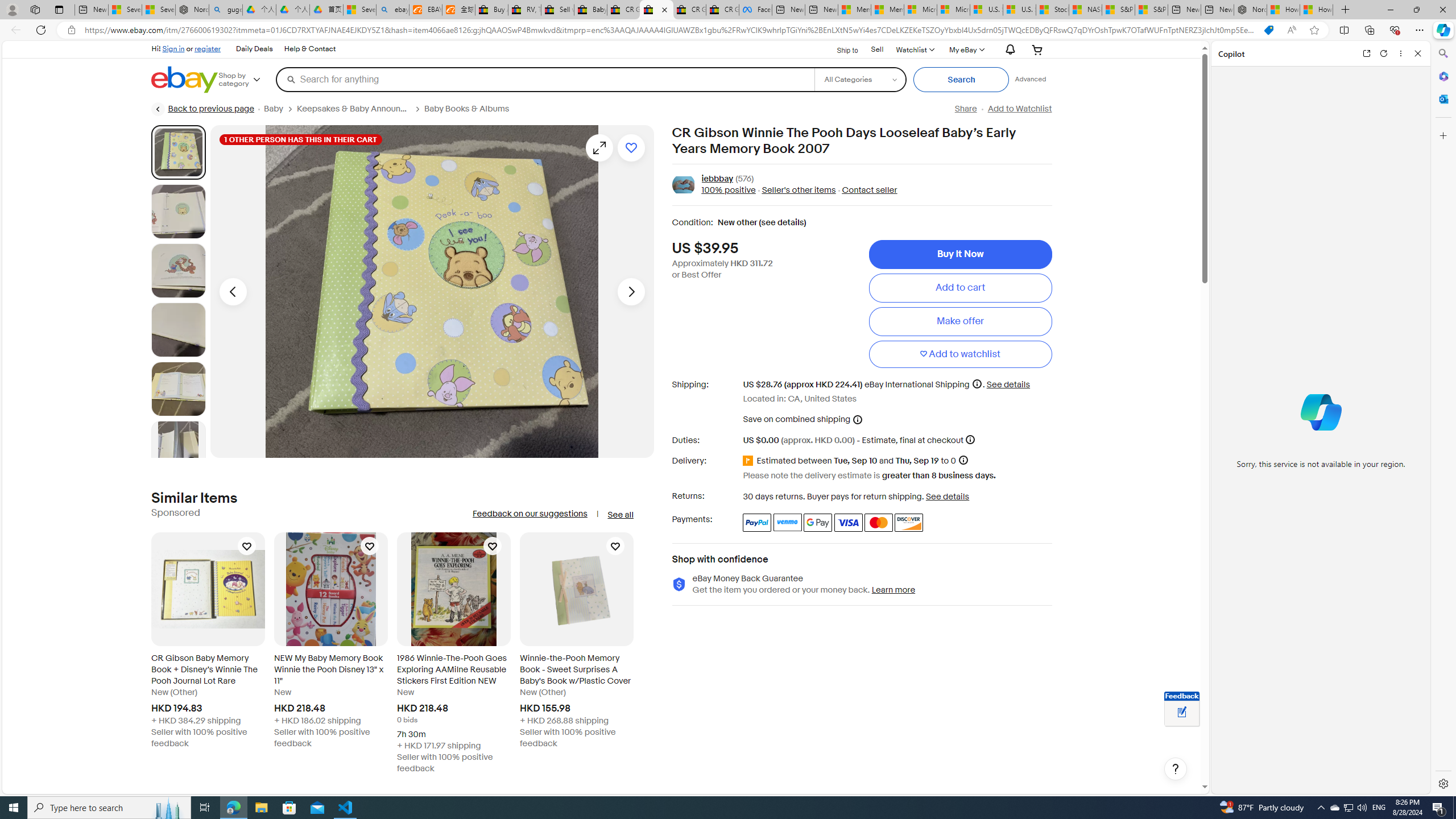 The image size is (1456, 819). What do you see at coordinates (310, 49) in the screenshot?
I see `'Help & Contact'` at bounding box center [310, 49].